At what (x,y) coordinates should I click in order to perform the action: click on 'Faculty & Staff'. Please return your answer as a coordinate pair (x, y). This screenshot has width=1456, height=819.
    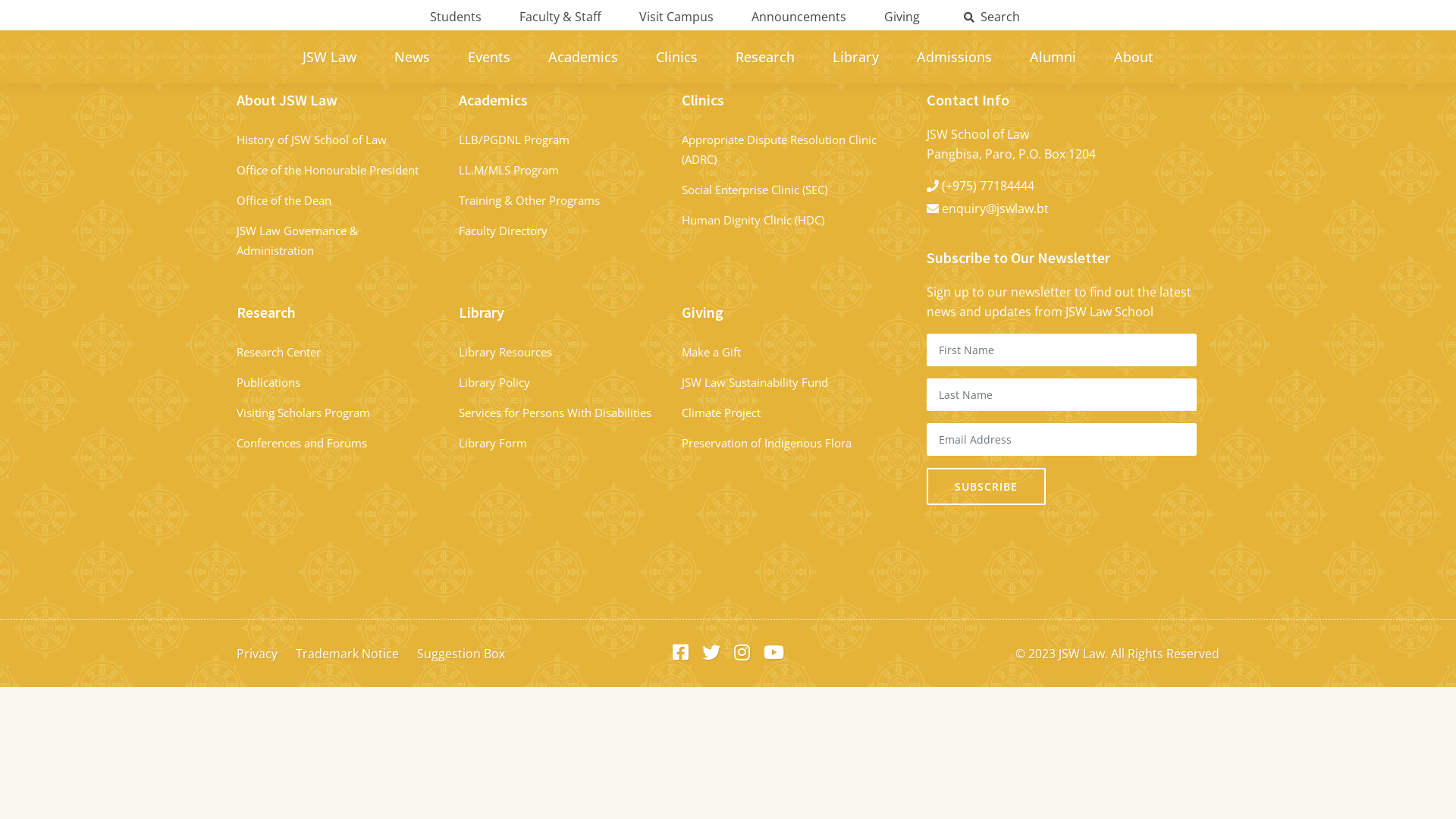
    Looking at the image, I should click on (560, 17).